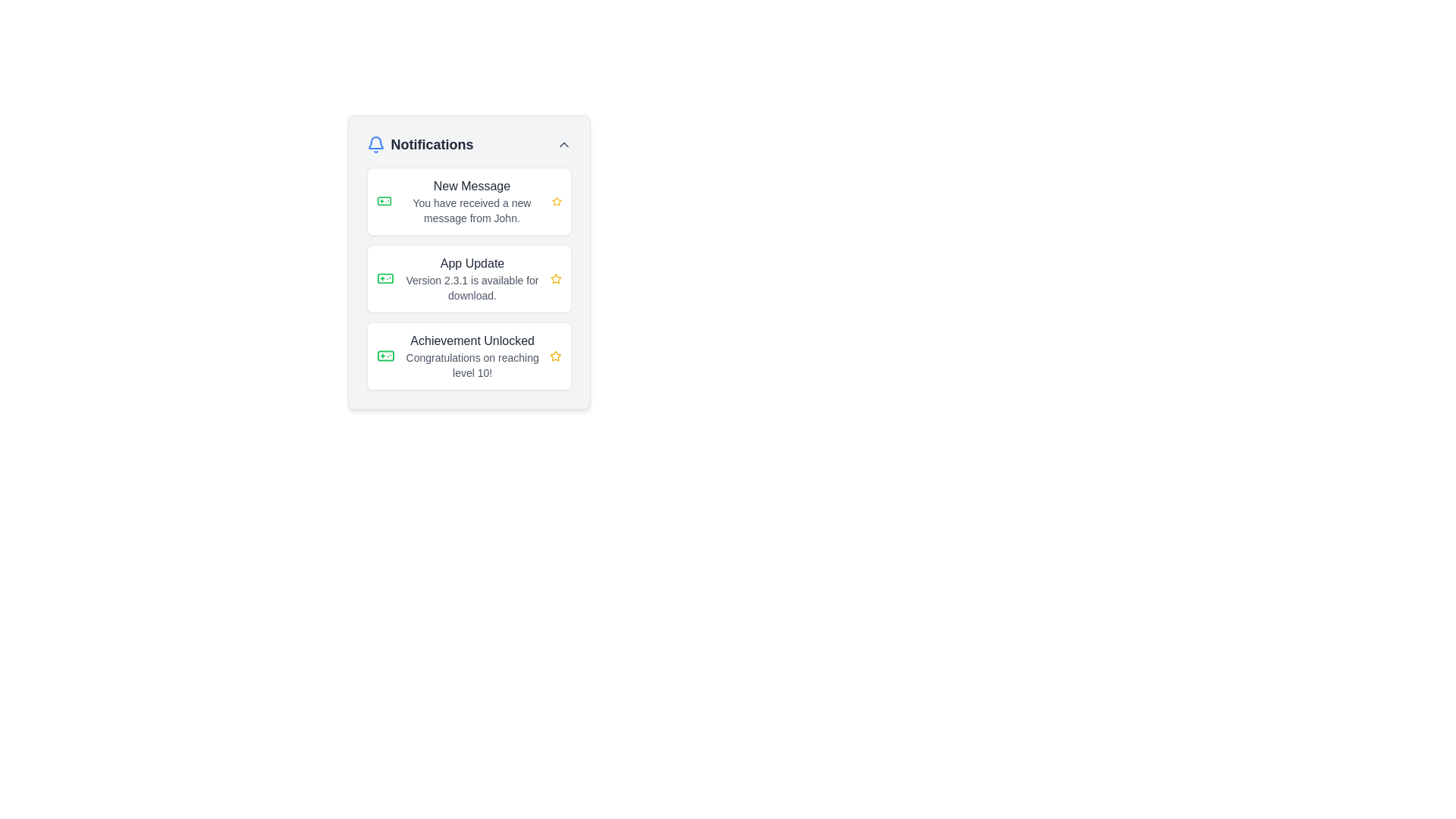 The image size is (1456, 819). Describe the element at coordinates (472, 288) in the screenshot. I see `informational text label located underneath the title of the 'App Update' notification card, positioned in the middle column of the notification list` at that location.